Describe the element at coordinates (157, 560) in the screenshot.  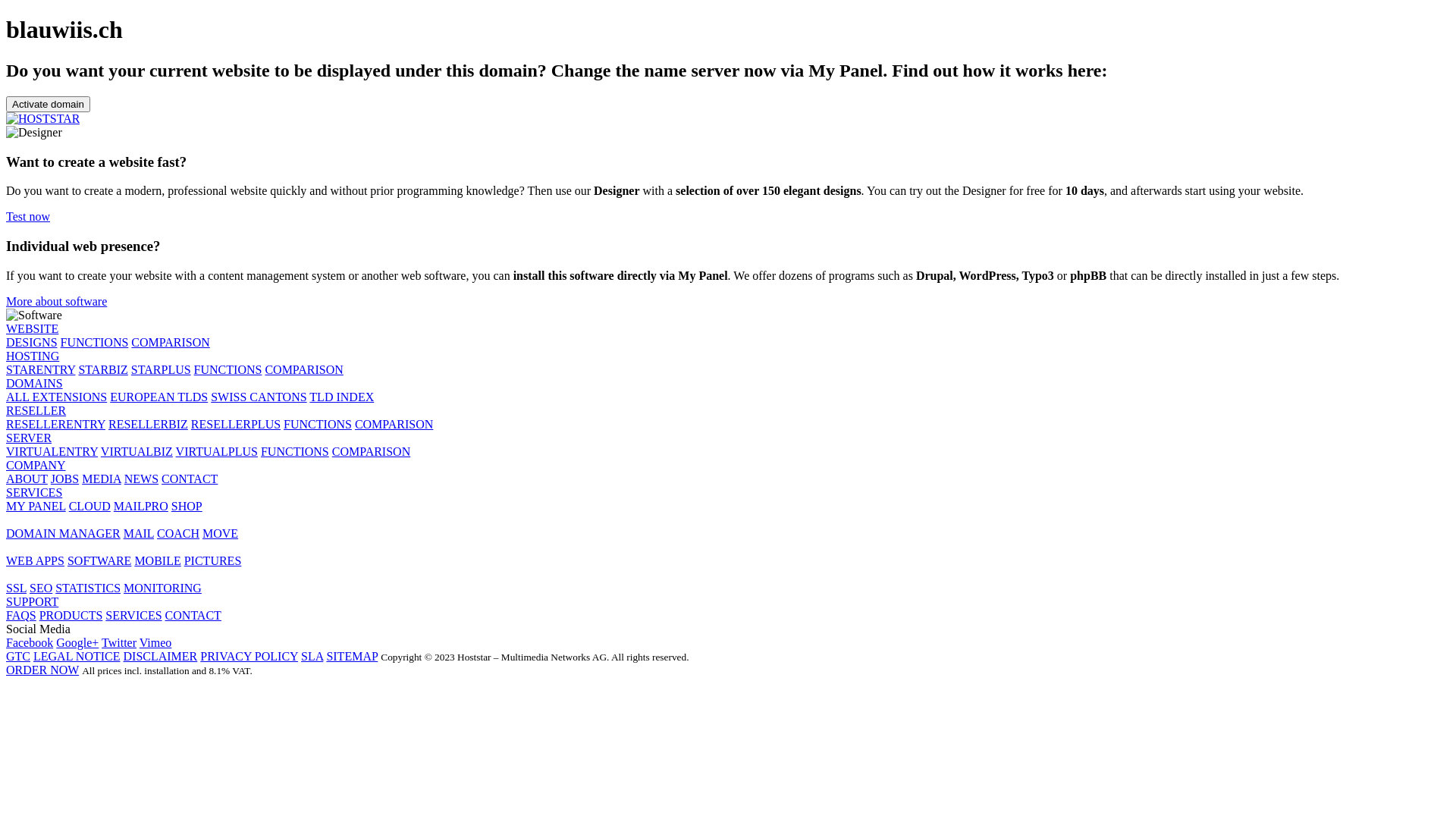
I see `'MOBILE'` at that location.